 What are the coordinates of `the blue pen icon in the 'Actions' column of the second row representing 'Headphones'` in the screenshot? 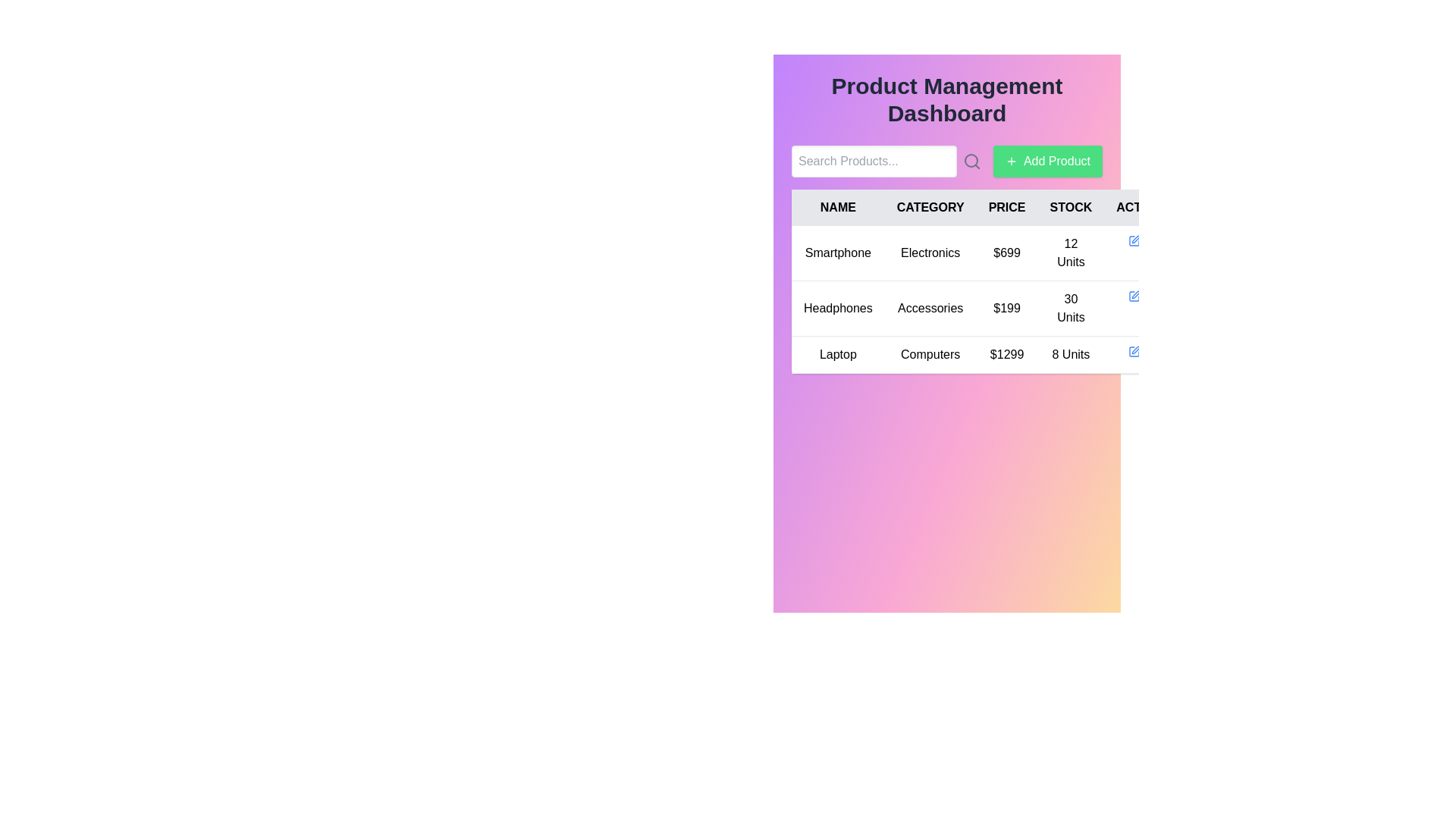 It's located at (1134, 296).